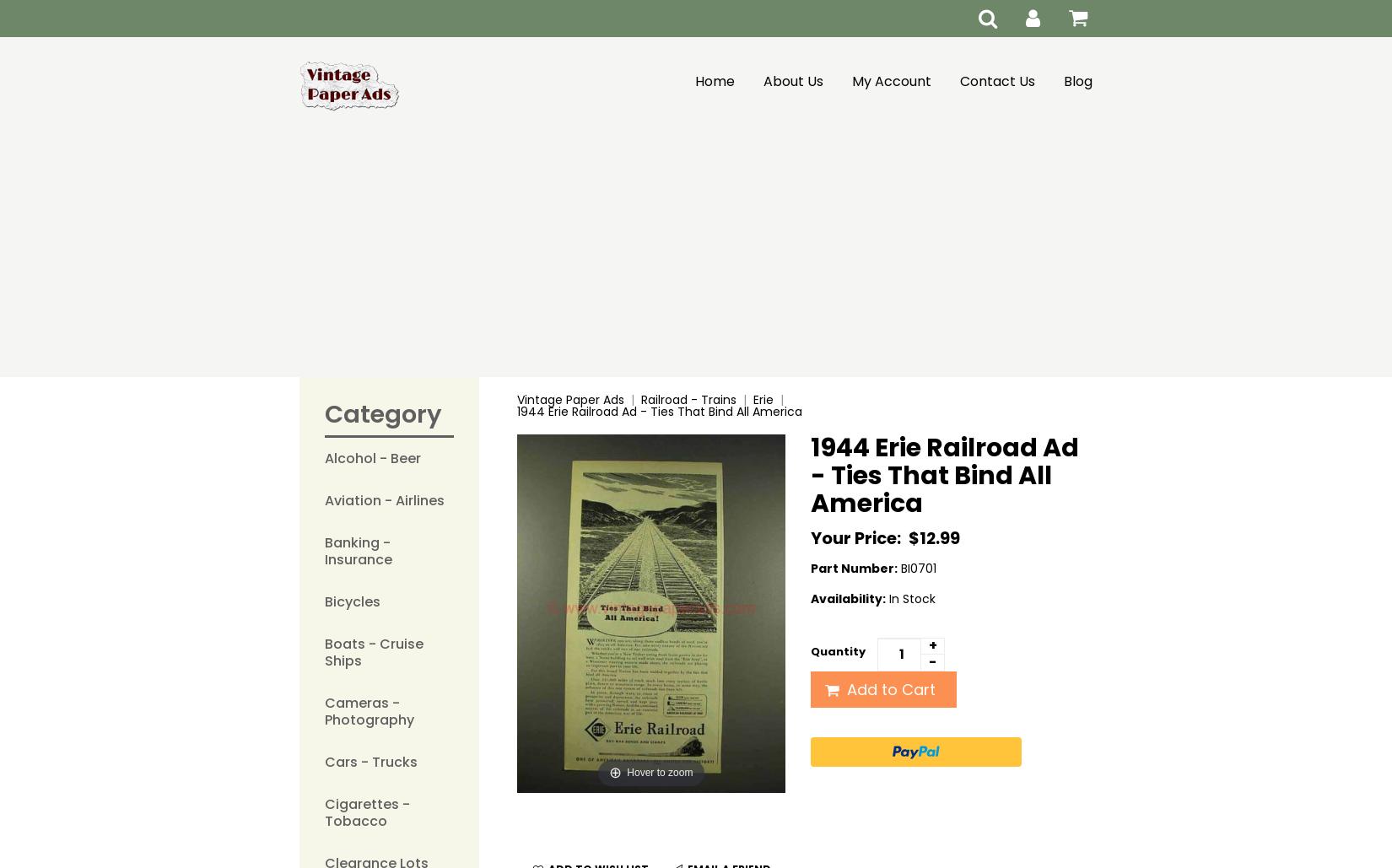  Describe the element at coordinates (369, 710) in the screenshot. I see `'Cameras - Photography'` at that location.